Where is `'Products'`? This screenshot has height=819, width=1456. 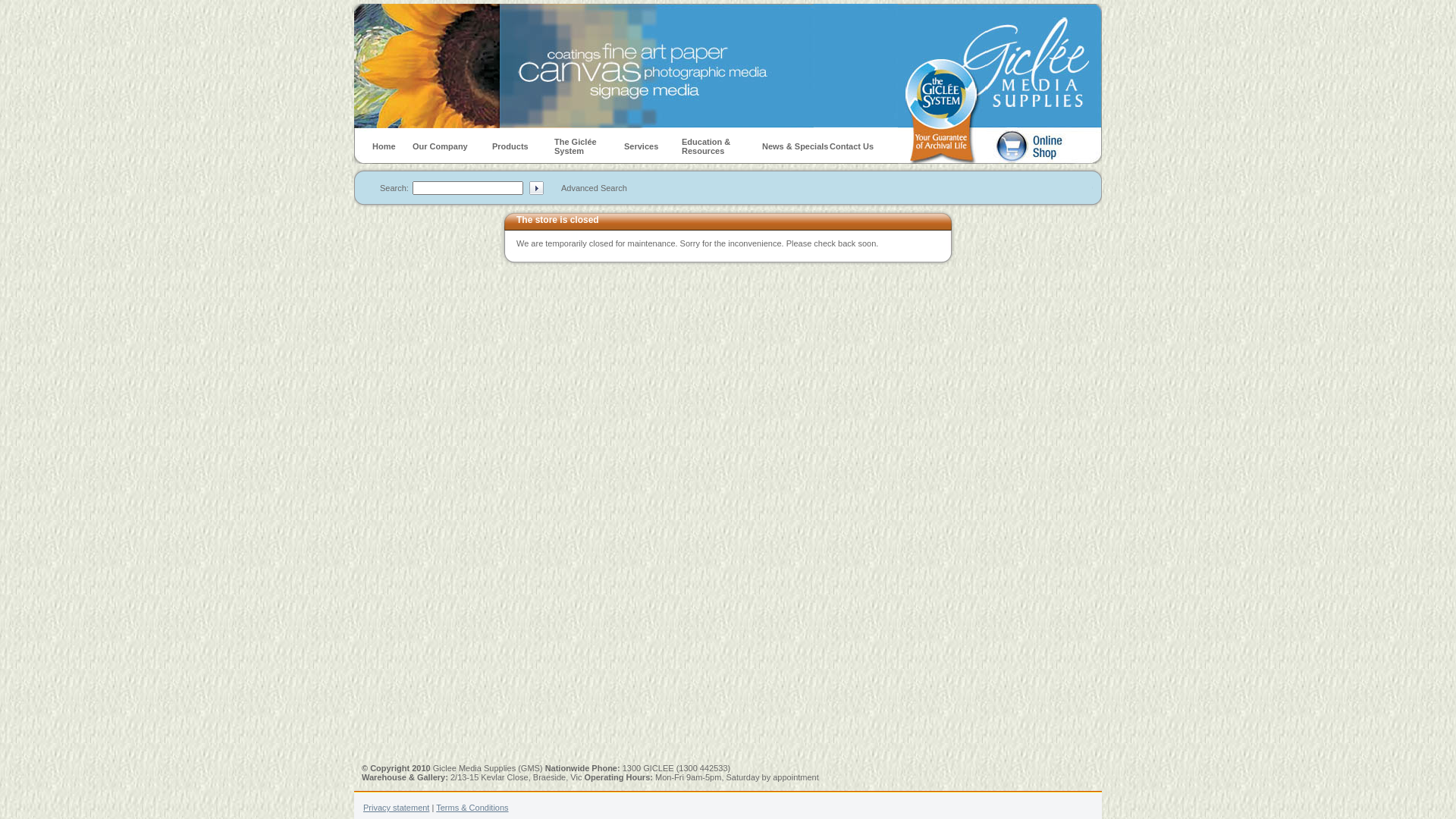 'Products' is located at coordinates (491, 146).